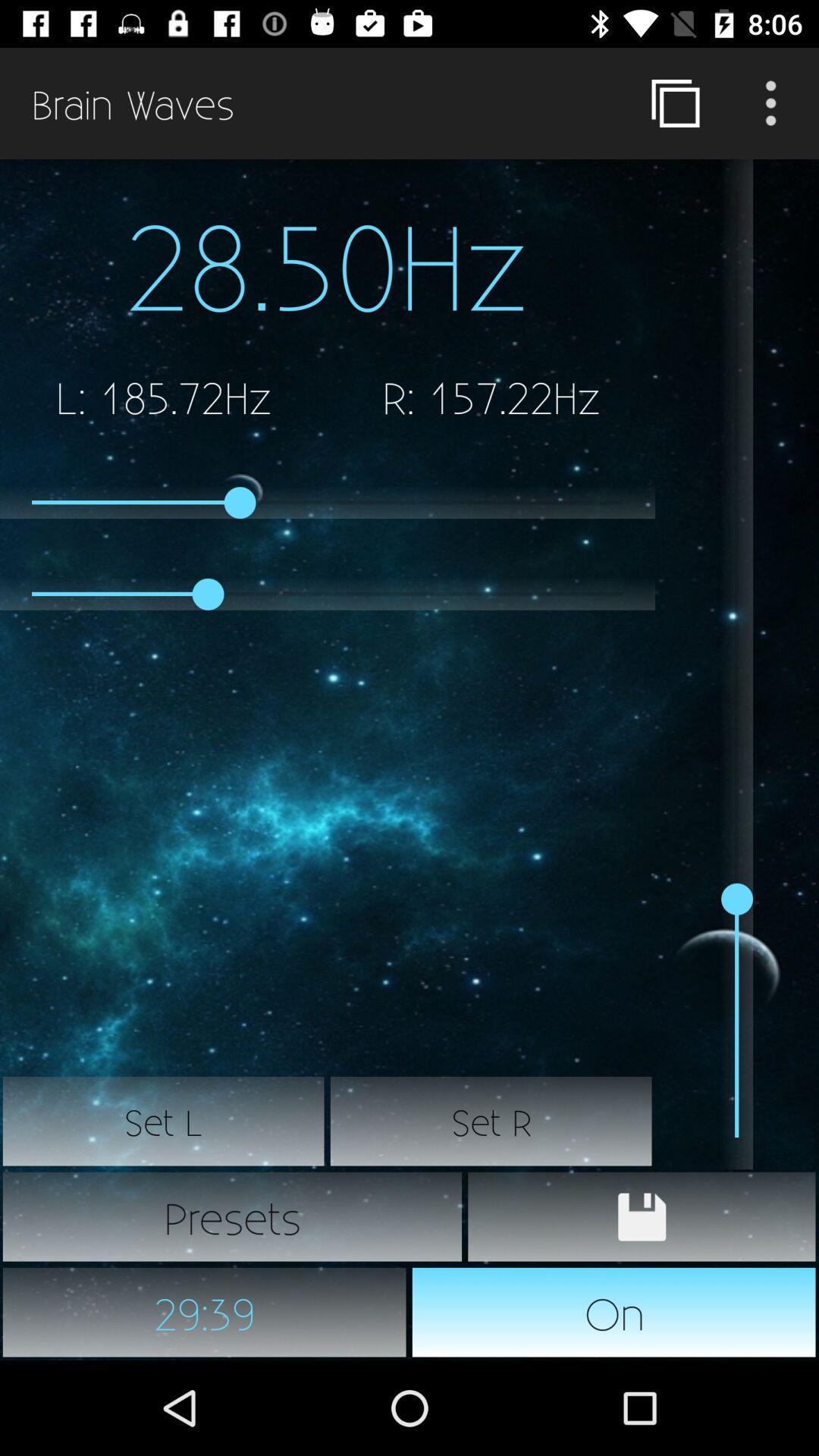 This screenshot has width=819, height=1456. I want to click on the item below presets item, so click(614, 1312).